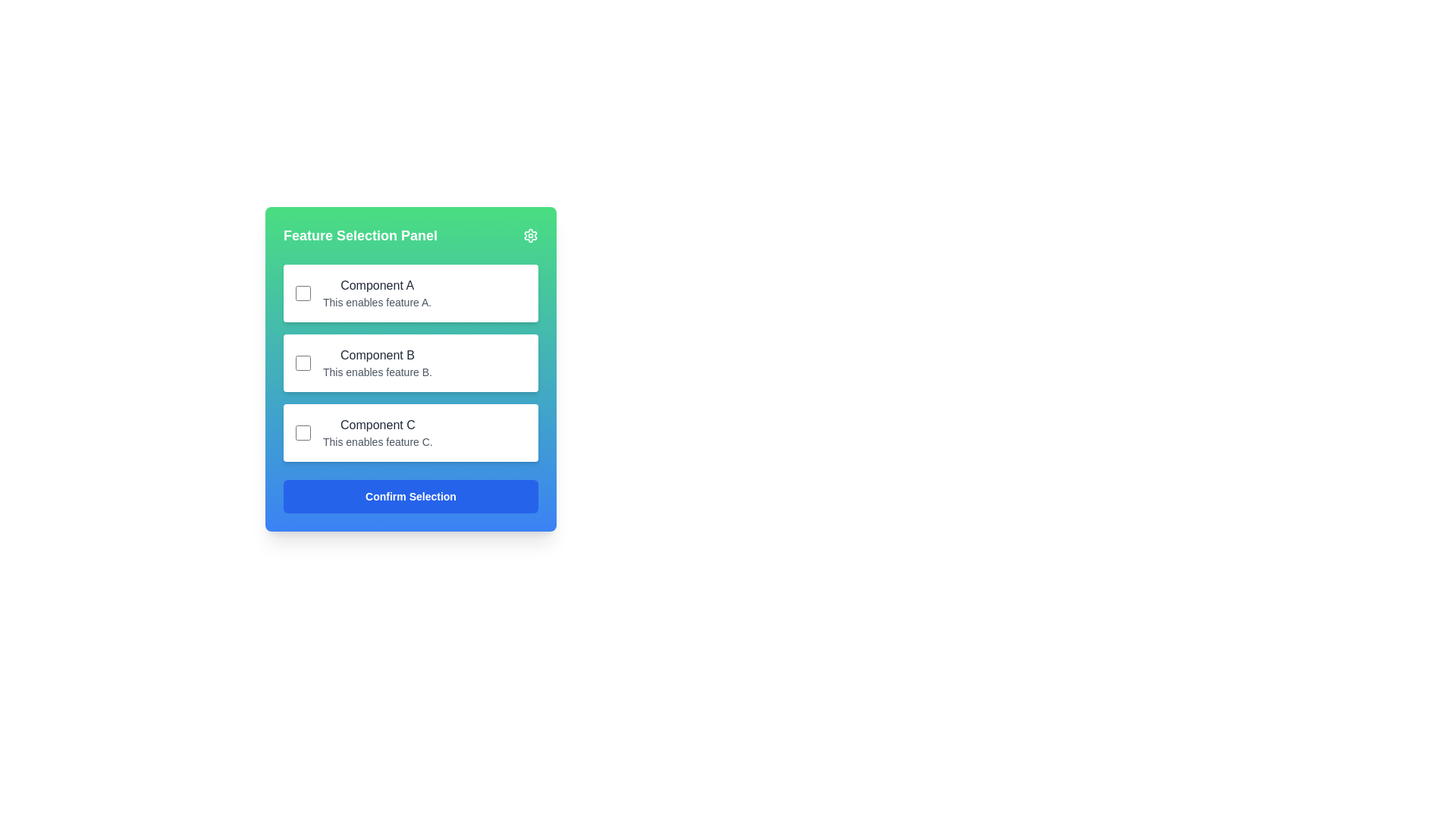 This screenshot has width=1456, height=819. Describe the element at coordinates (377, 286) in the screenshot. I see `the label at the top of the section that describes the corresponding feature` at that location.